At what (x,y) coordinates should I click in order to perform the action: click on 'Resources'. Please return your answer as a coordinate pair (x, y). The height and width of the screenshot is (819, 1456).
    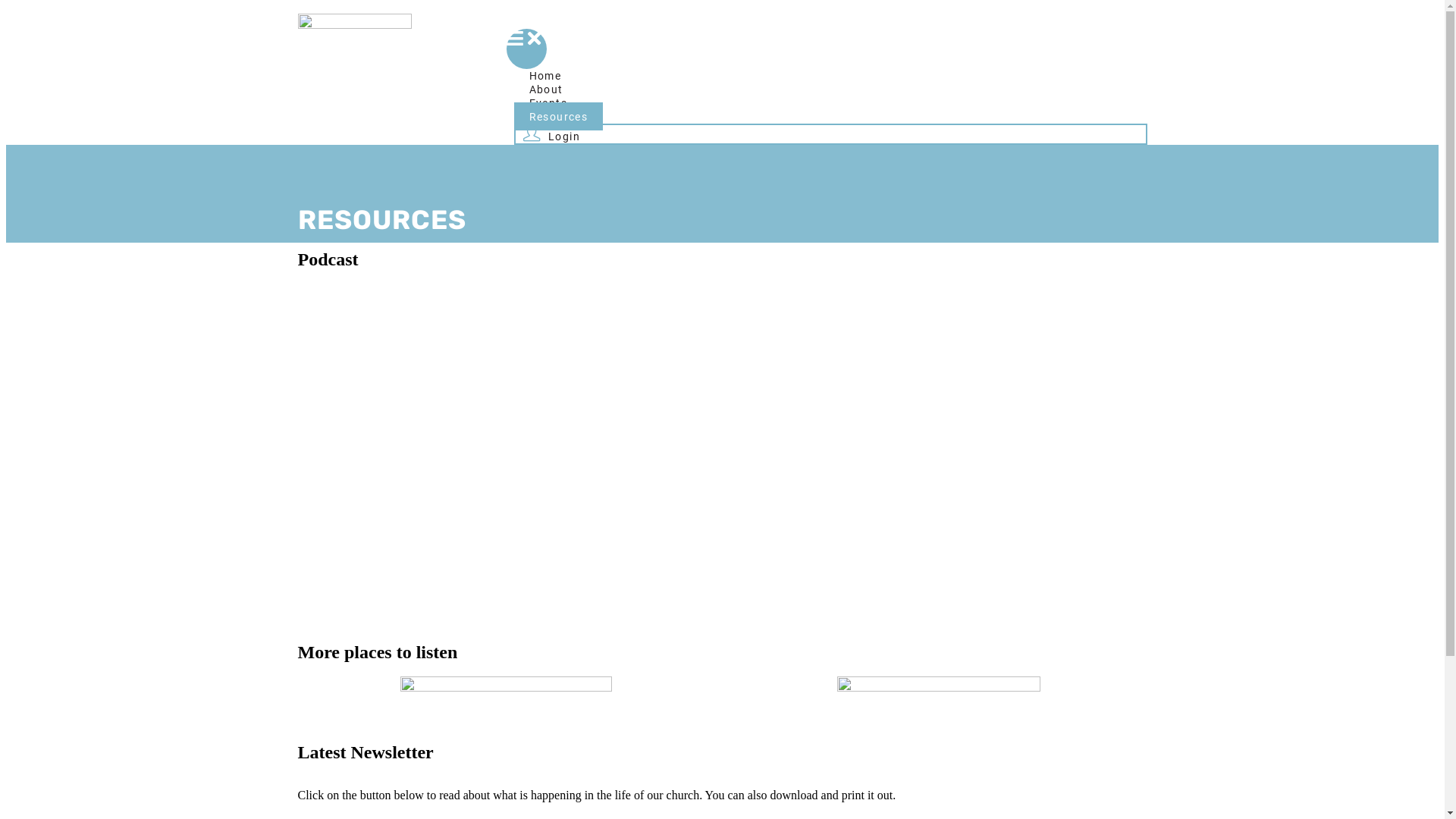
    Looking at the image, I should click on (558, 115).